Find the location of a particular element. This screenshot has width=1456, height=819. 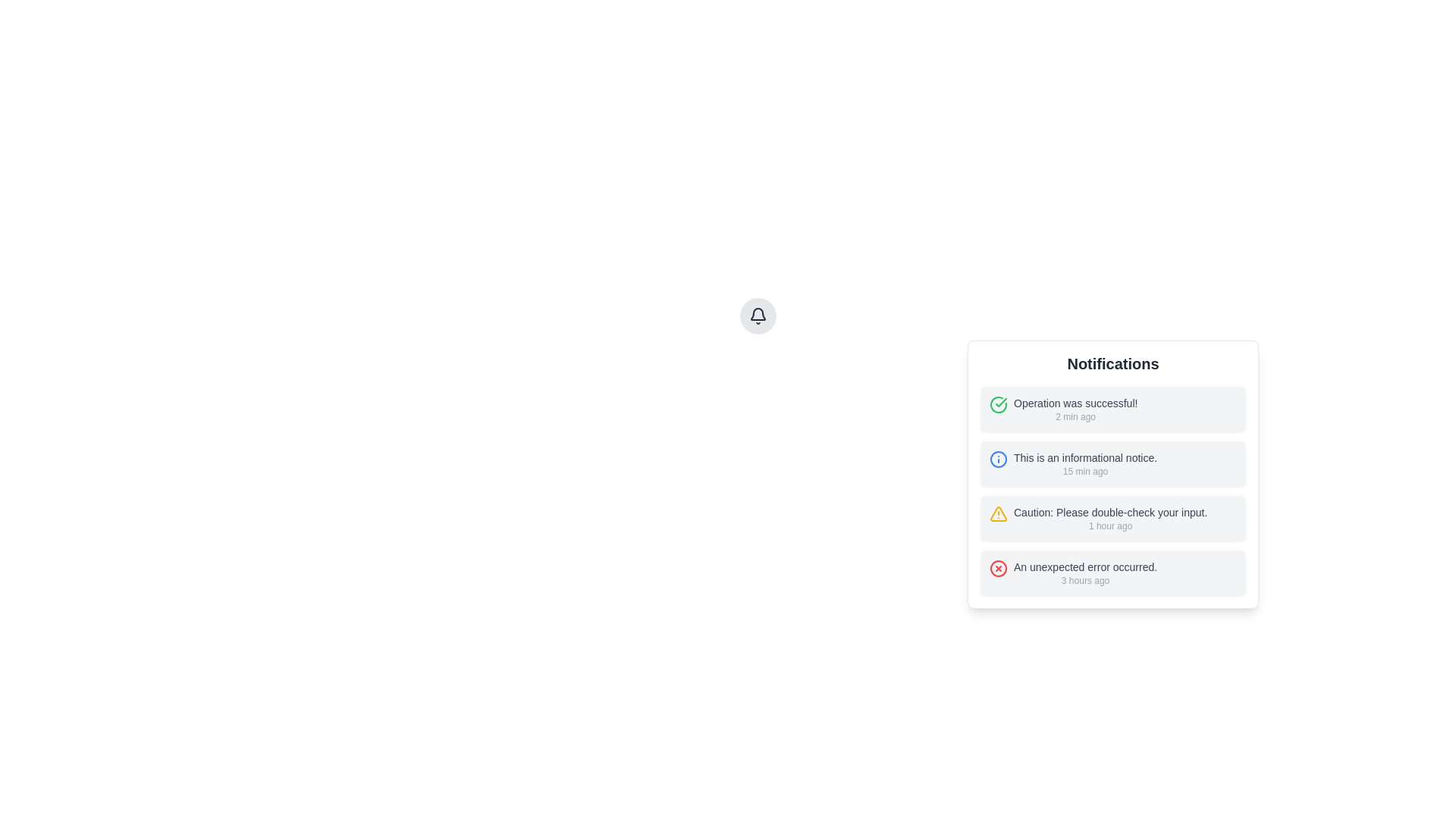

the notification text label that states 'Operation was successful!' which is positioned in the top section of the notification panel, preceded by a green checkmark icon is located at coordinates (1075, 409).